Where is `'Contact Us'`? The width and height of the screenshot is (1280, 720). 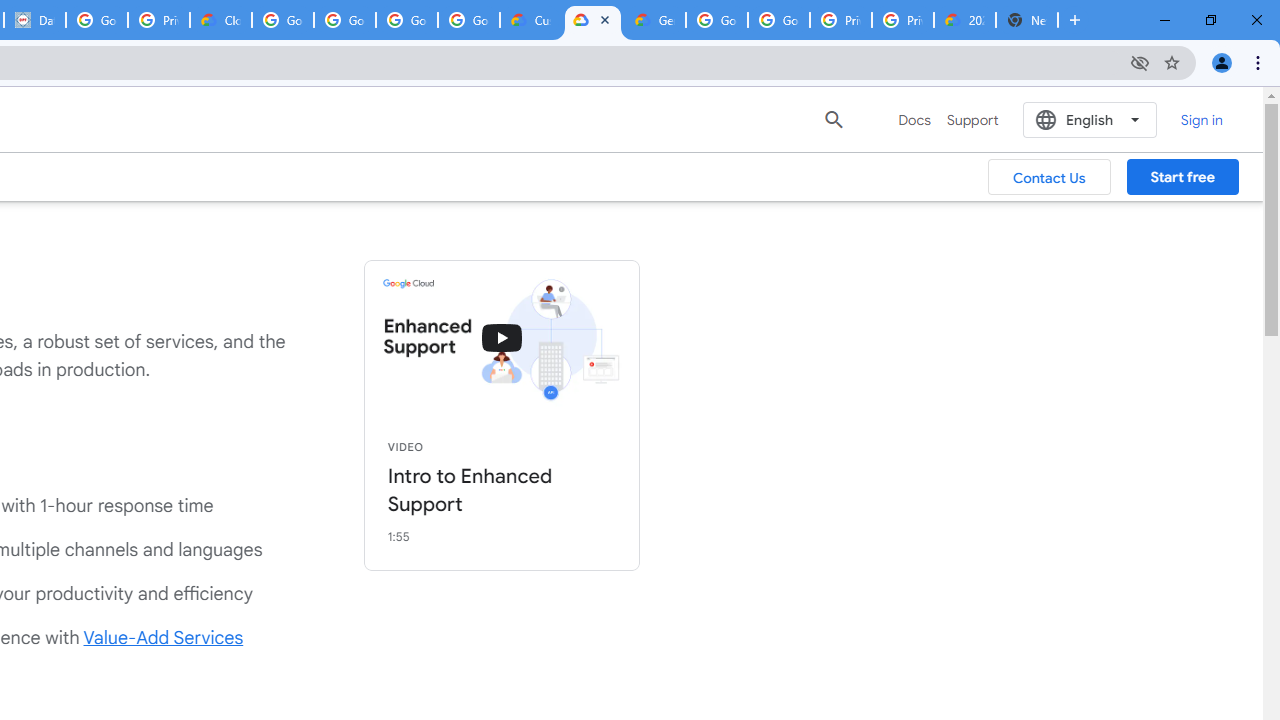 'Contact Us' is located at coordinates (1048, 176).